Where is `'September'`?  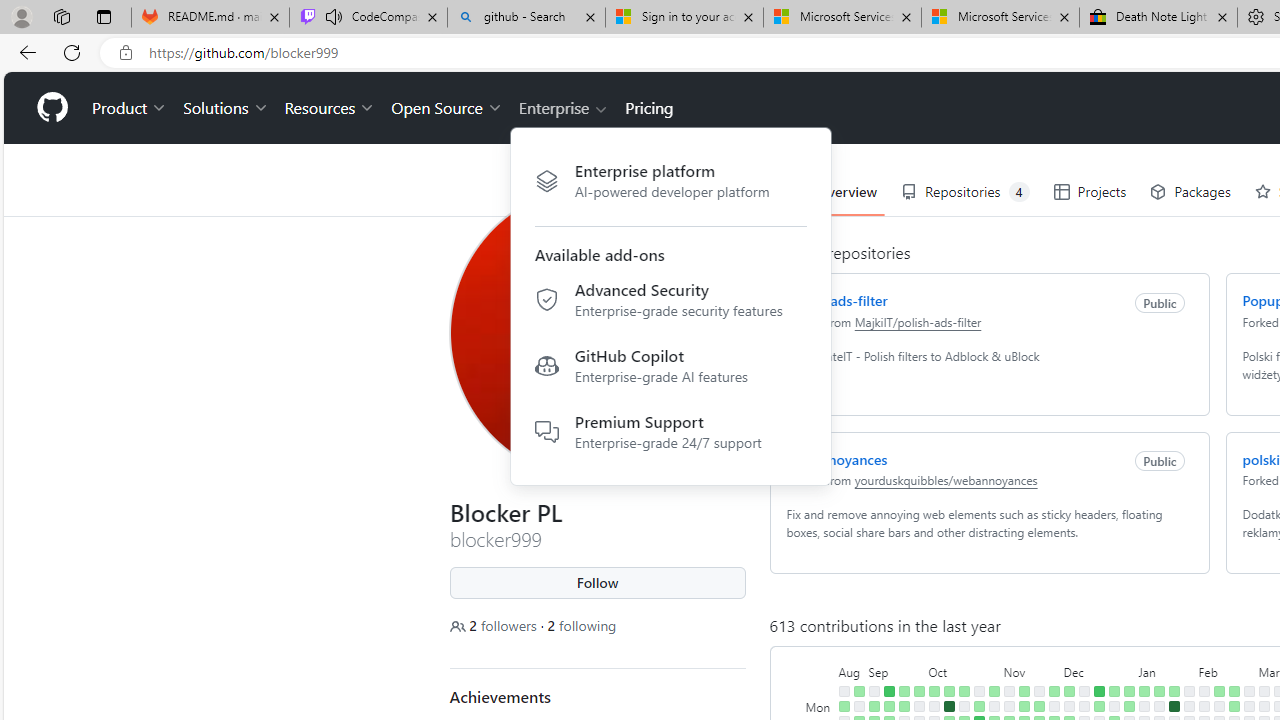
'September' is located at coordinates (895, 670).